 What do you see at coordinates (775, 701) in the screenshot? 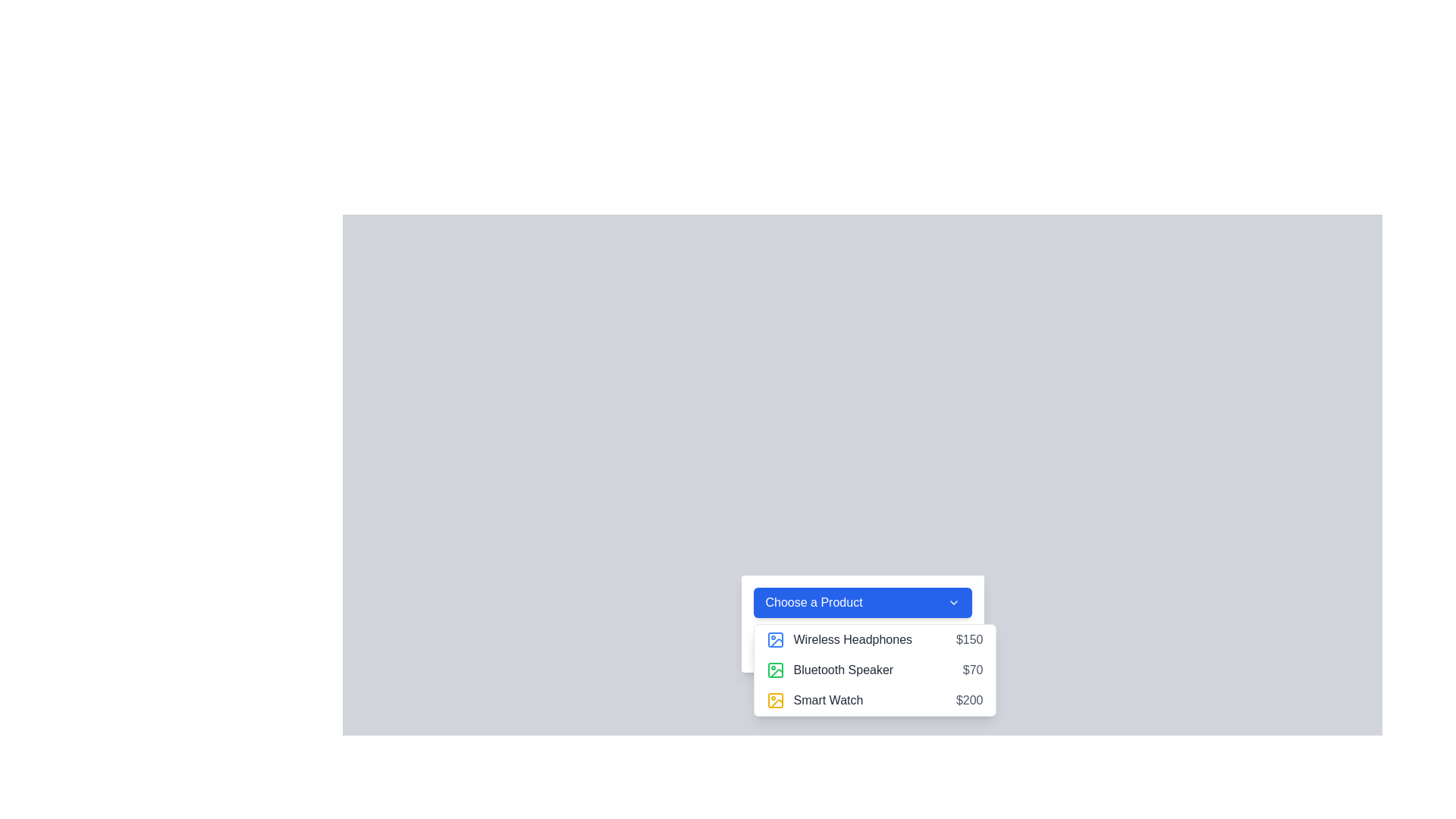
I see `the last icon on the right side of the dropdown menu, which is a rounded rectangle with a solid yellow fill representing a list icon for a specific item` at bounding box center [775, 701].